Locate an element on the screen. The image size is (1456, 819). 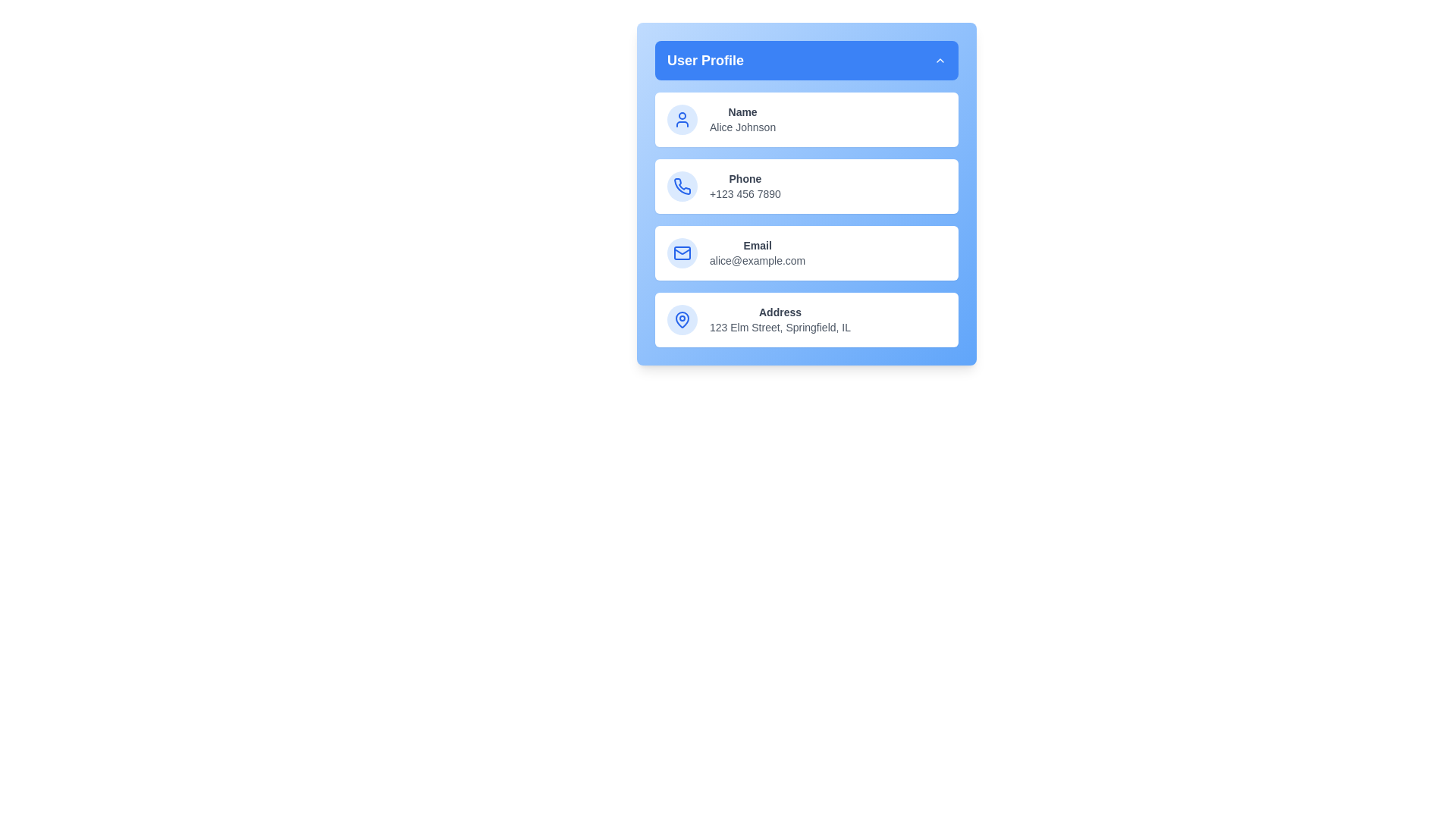
the user identity icon located at the left side of the 'Name' entry in the user profile card is located at coordinates (682, 119).